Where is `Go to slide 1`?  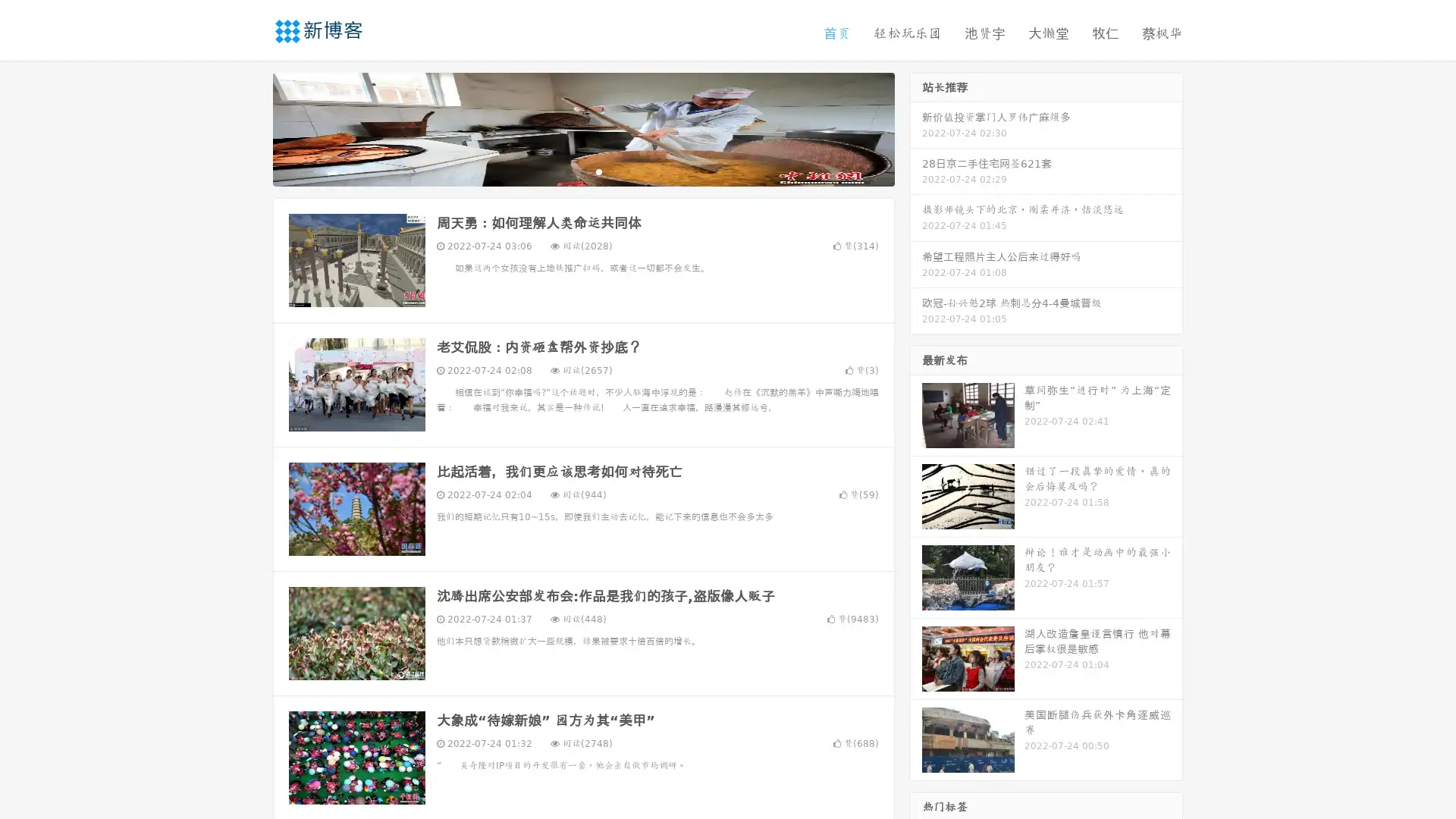 Go to slide 1 is located at coordinates (567, 171).